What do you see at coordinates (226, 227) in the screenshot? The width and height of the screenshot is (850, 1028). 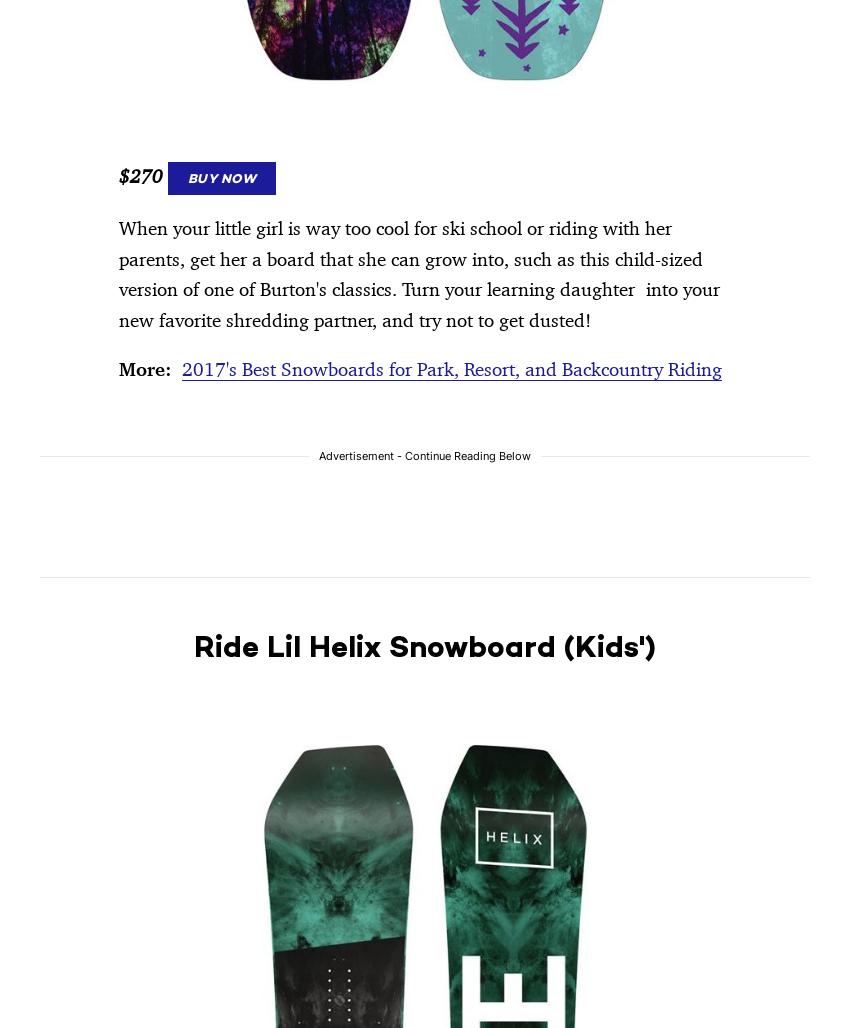 I see `'CA Notice at Collection'` at bounding box center [226, 227].